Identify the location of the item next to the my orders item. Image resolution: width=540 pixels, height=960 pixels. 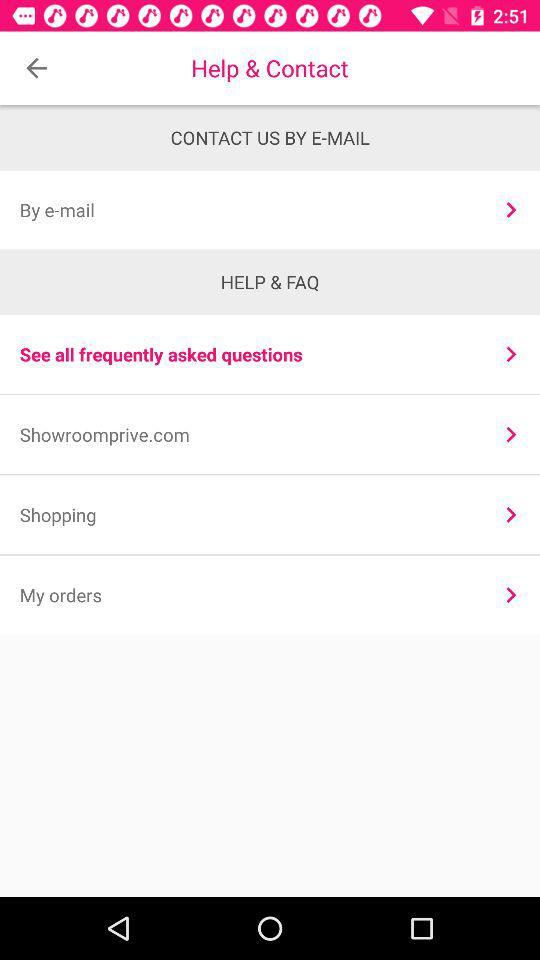
(511, 595).